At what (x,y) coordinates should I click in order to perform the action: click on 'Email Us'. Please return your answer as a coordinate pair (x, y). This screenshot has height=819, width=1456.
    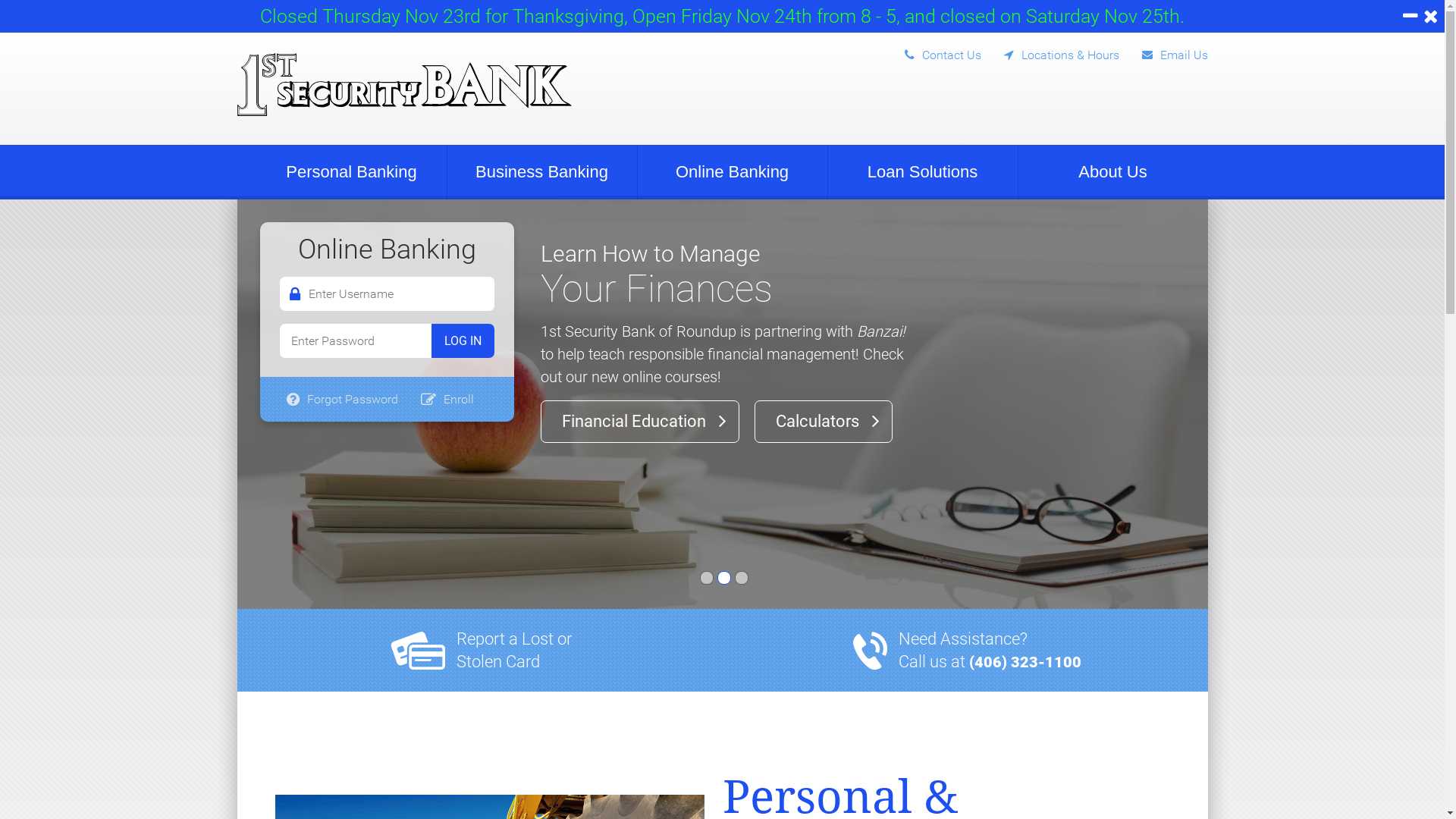
    Looking at the image, I should click on (1163, 51).